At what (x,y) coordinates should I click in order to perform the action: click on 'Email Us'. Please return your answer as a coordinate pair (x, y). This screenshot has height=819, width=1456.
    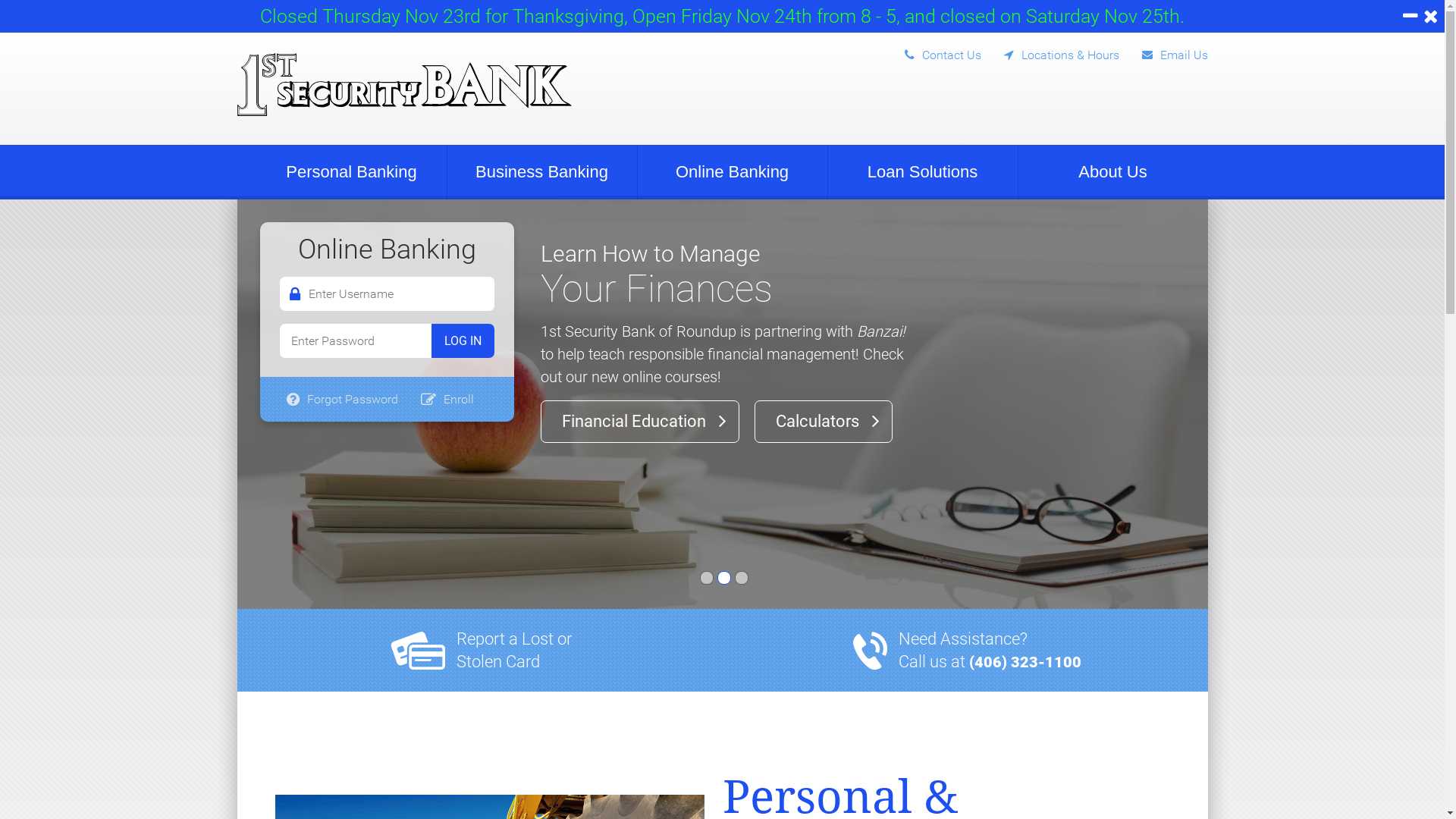
    Looking at the image, I should click on (1163, 51).